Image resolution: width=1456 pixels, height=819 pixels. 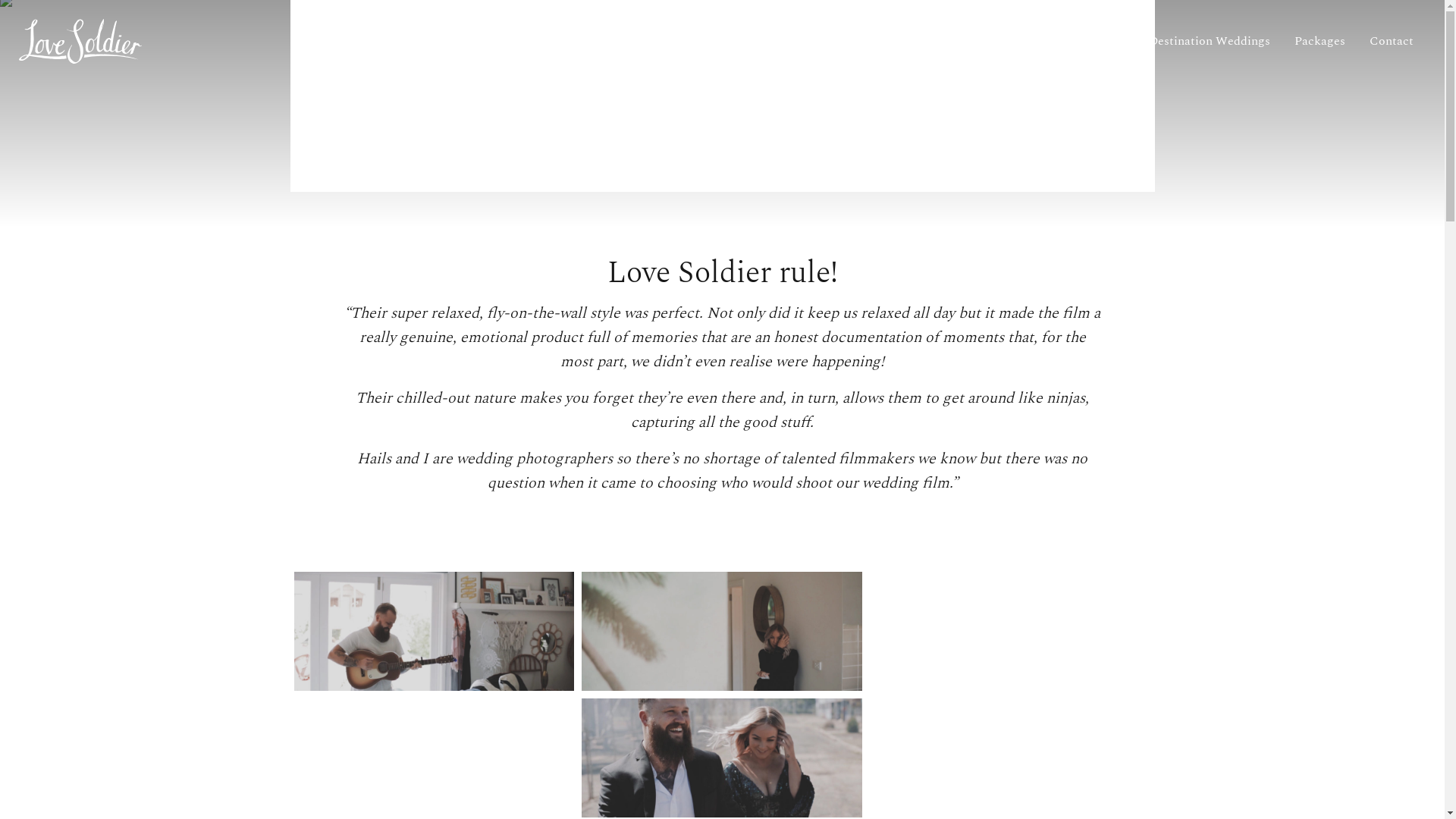 What do you see at coordinates (1357, 40) in the screenshot?
I see `'Contact'` at bounding box center [1357, 40].